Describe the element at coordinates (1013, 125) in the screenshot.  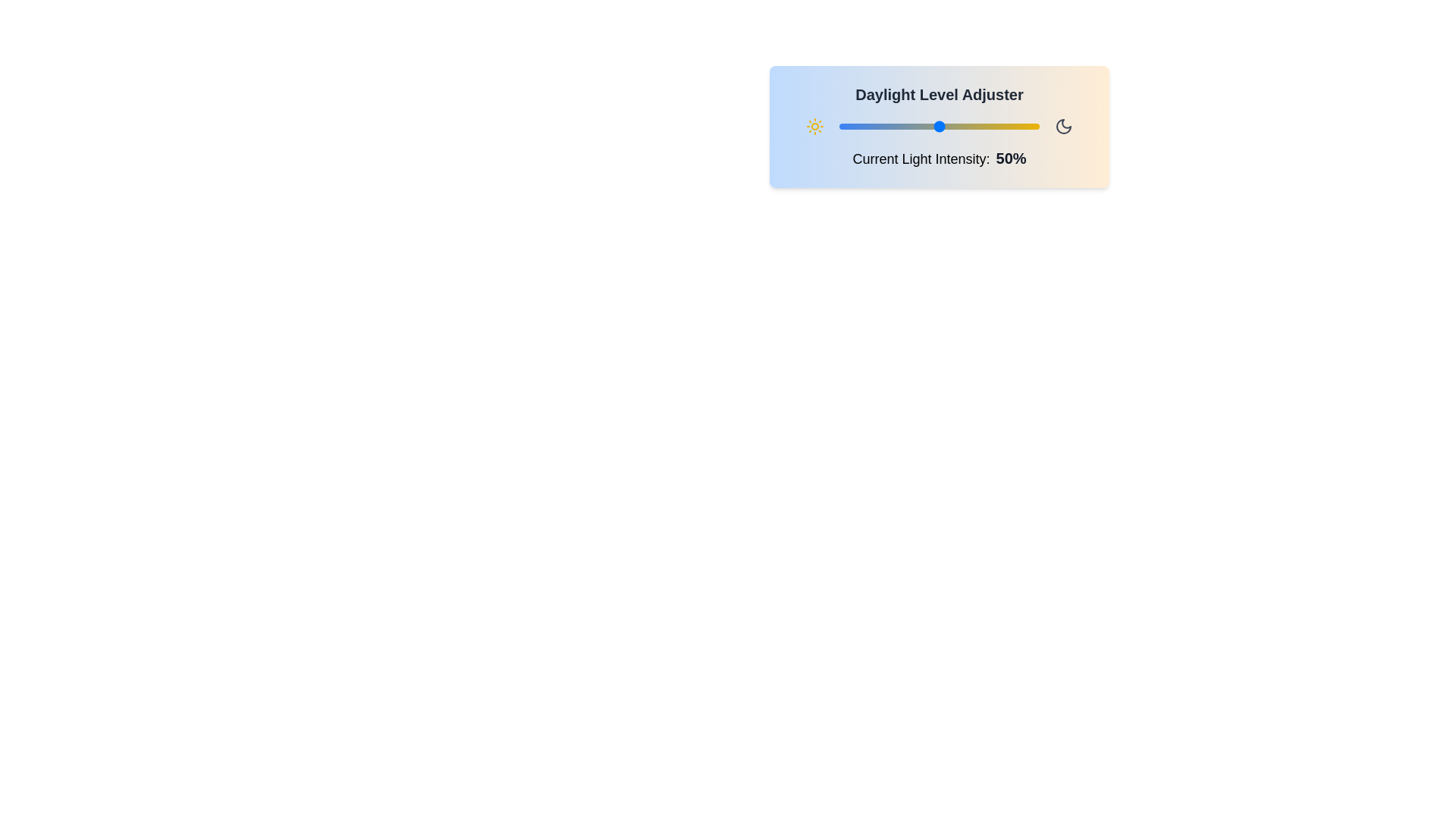
I see `the daylight slider to 87%` at that location.